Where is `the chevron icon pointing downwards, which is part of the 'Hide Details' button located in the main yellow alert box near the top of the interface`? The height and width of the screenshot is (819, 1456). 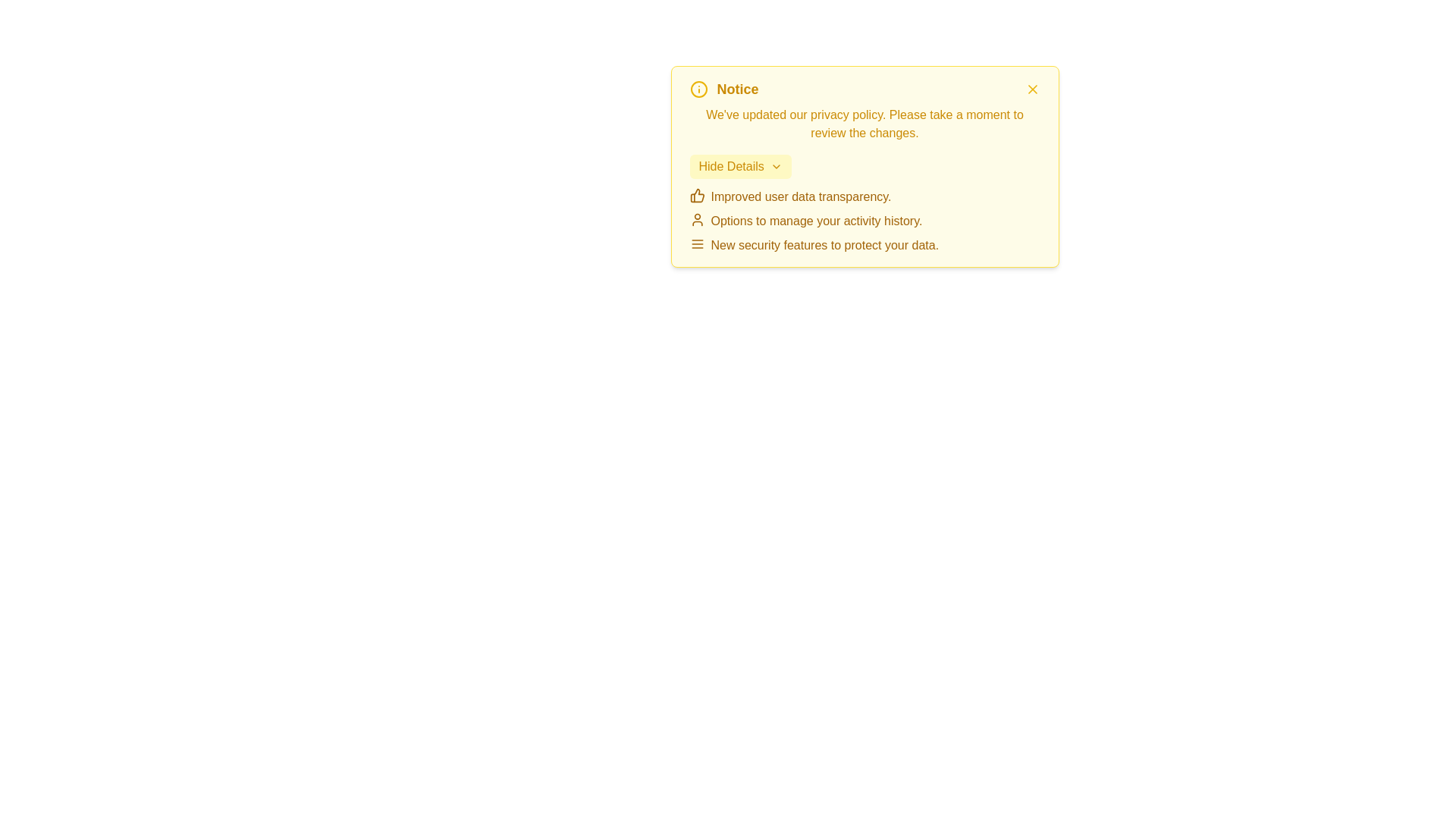
the chevron icon pointing downwards, which is part of the 'Hide Details' button located in the main yellow alert box near the top of the interface is located at coordinates (776, 166).